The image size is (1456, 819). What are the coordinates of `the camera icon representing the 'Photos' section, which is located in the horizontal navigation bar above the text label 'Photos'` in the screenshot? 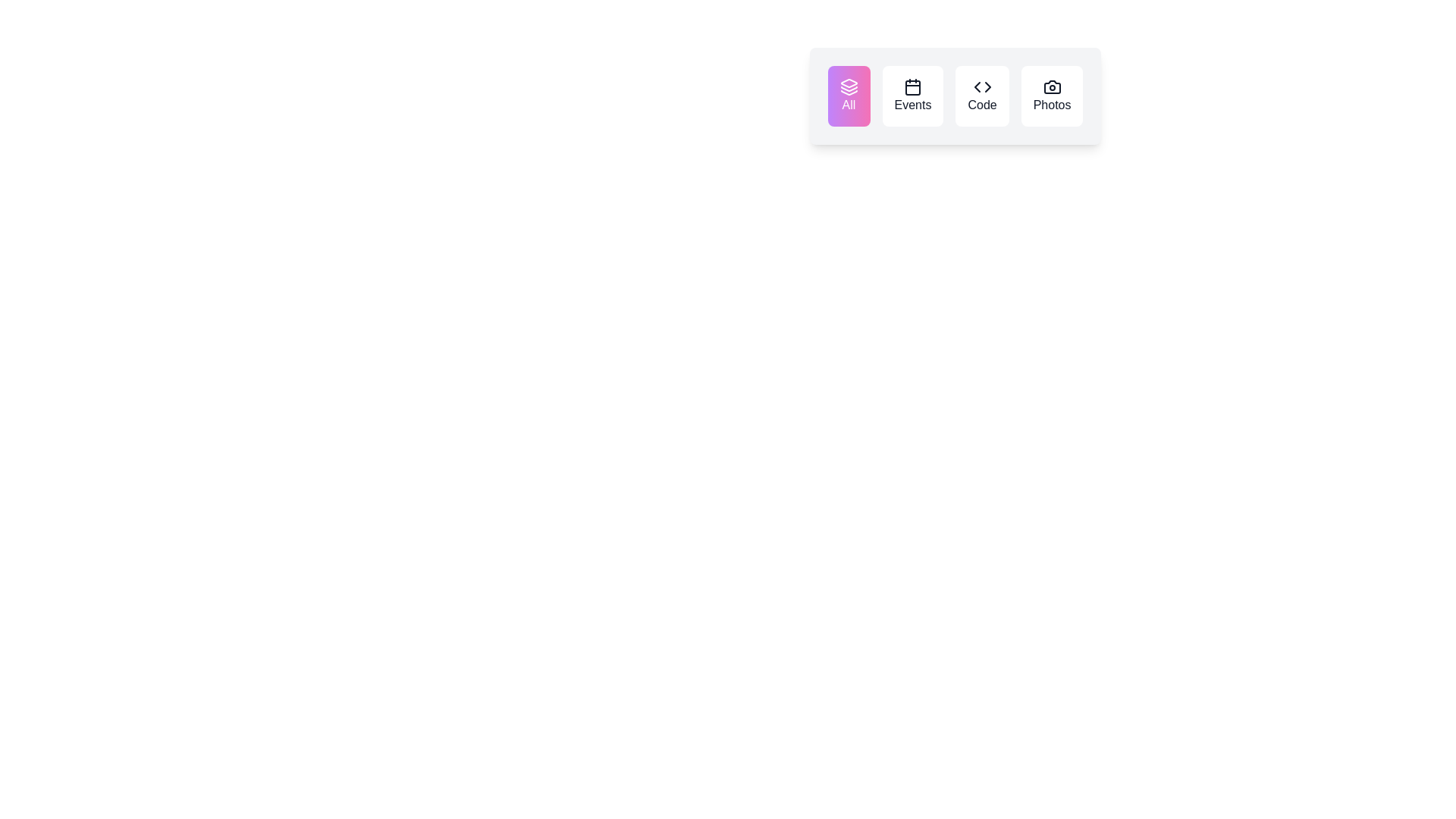 It's located at (1051, 87).